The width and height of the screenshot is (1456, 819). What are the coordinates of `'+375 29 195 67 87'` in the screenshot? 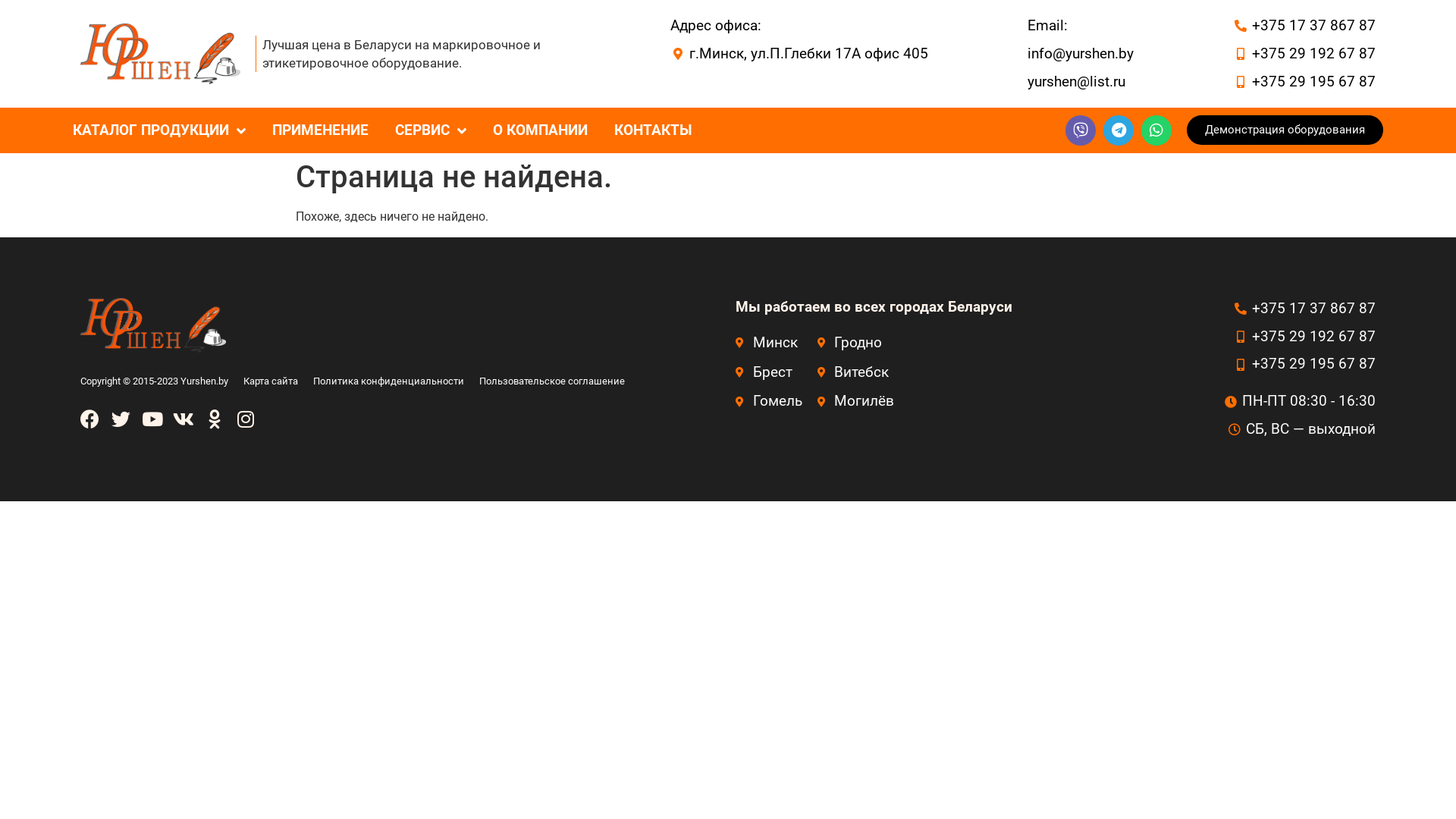 It's located at (1303, 364).